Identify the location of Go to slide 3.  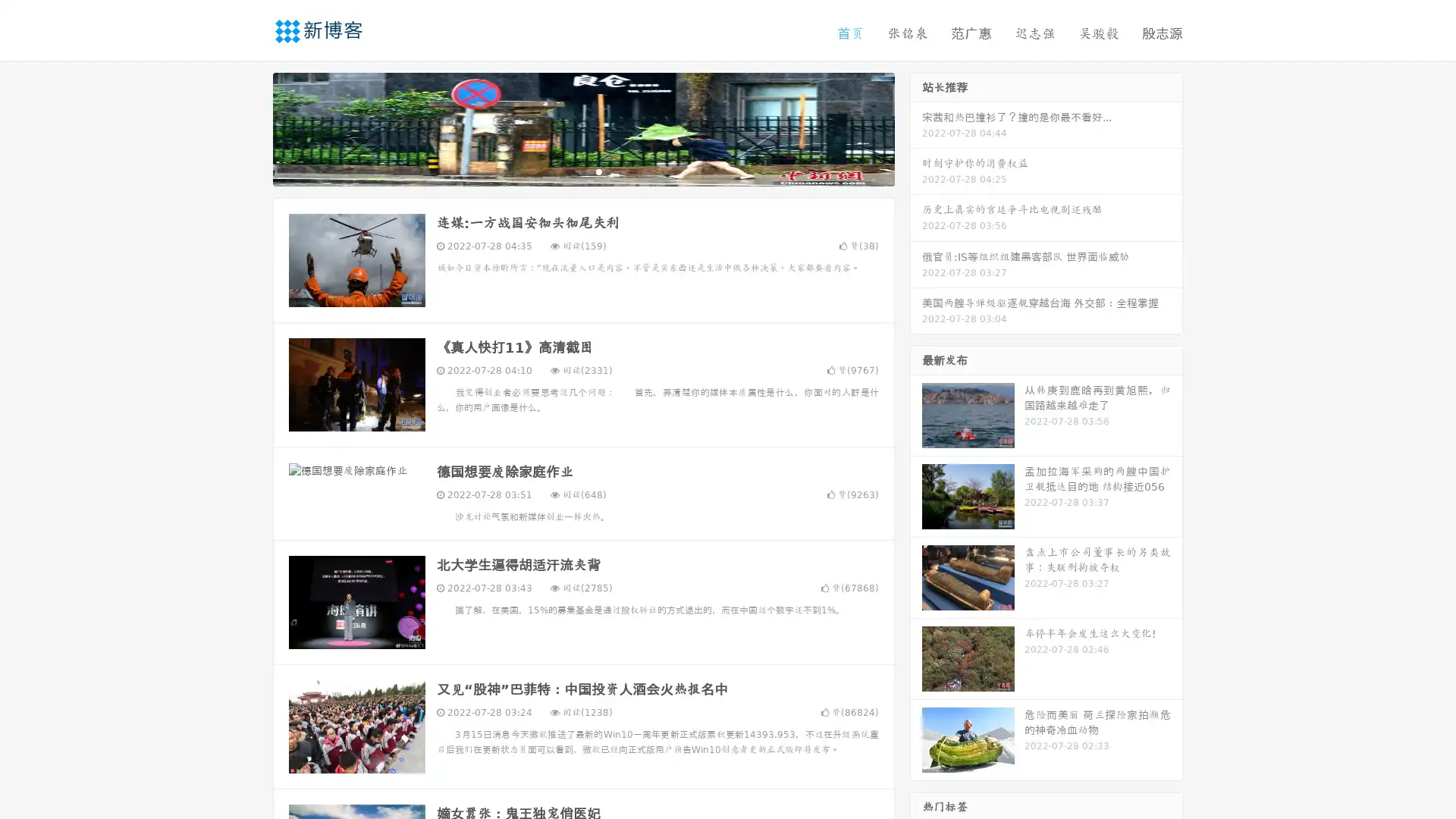
(598, 171).